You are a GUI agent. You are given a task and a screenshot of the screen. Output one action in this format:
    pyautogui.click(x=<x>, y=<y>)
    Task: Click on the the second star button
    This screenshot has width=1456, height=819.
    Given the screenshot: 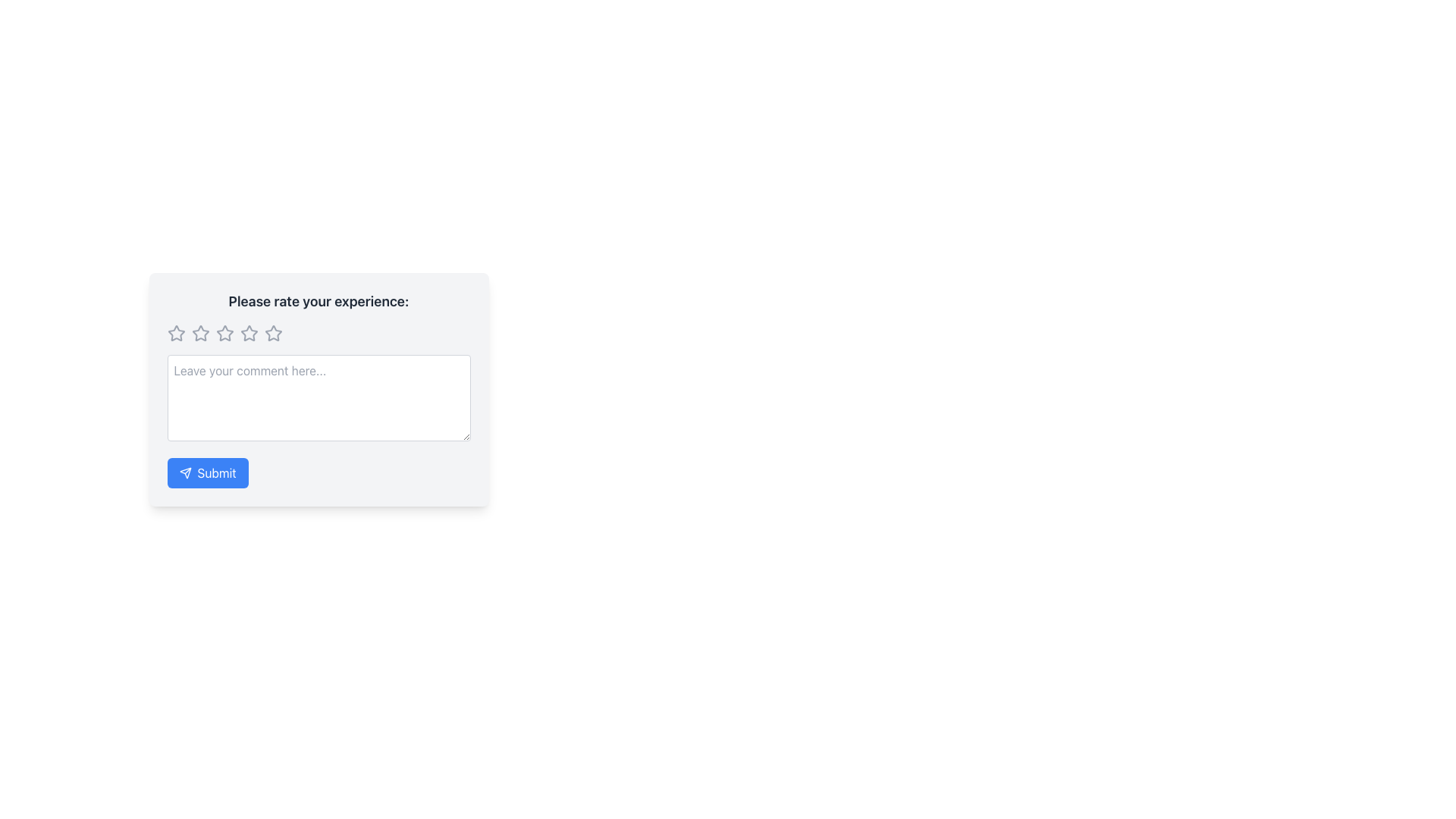 What is the action you would take?
    pyautogui.click(x=199, y=332)
    